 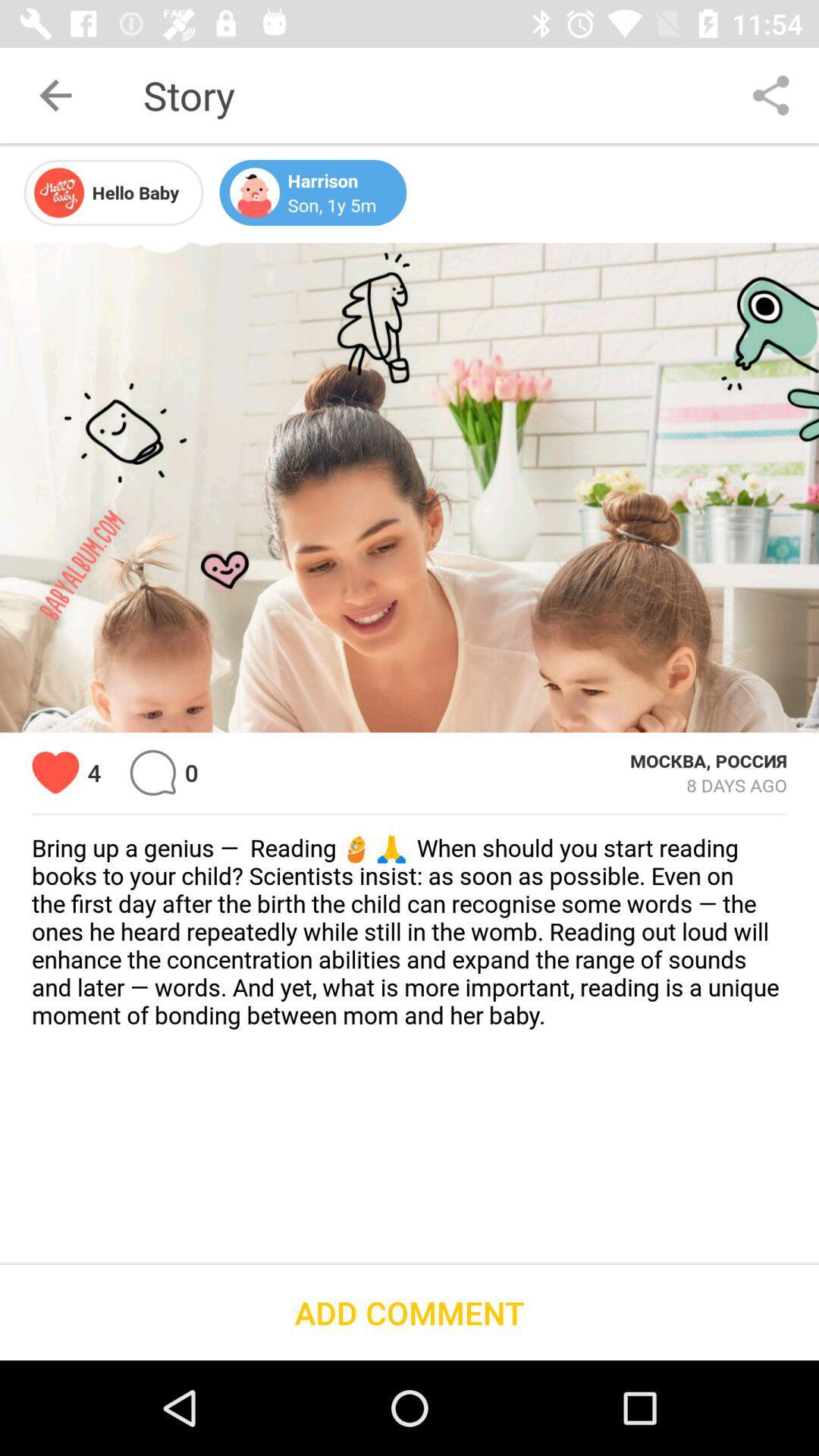 I want to click on item to the left of the 0 item, so click(x=152, y=773).